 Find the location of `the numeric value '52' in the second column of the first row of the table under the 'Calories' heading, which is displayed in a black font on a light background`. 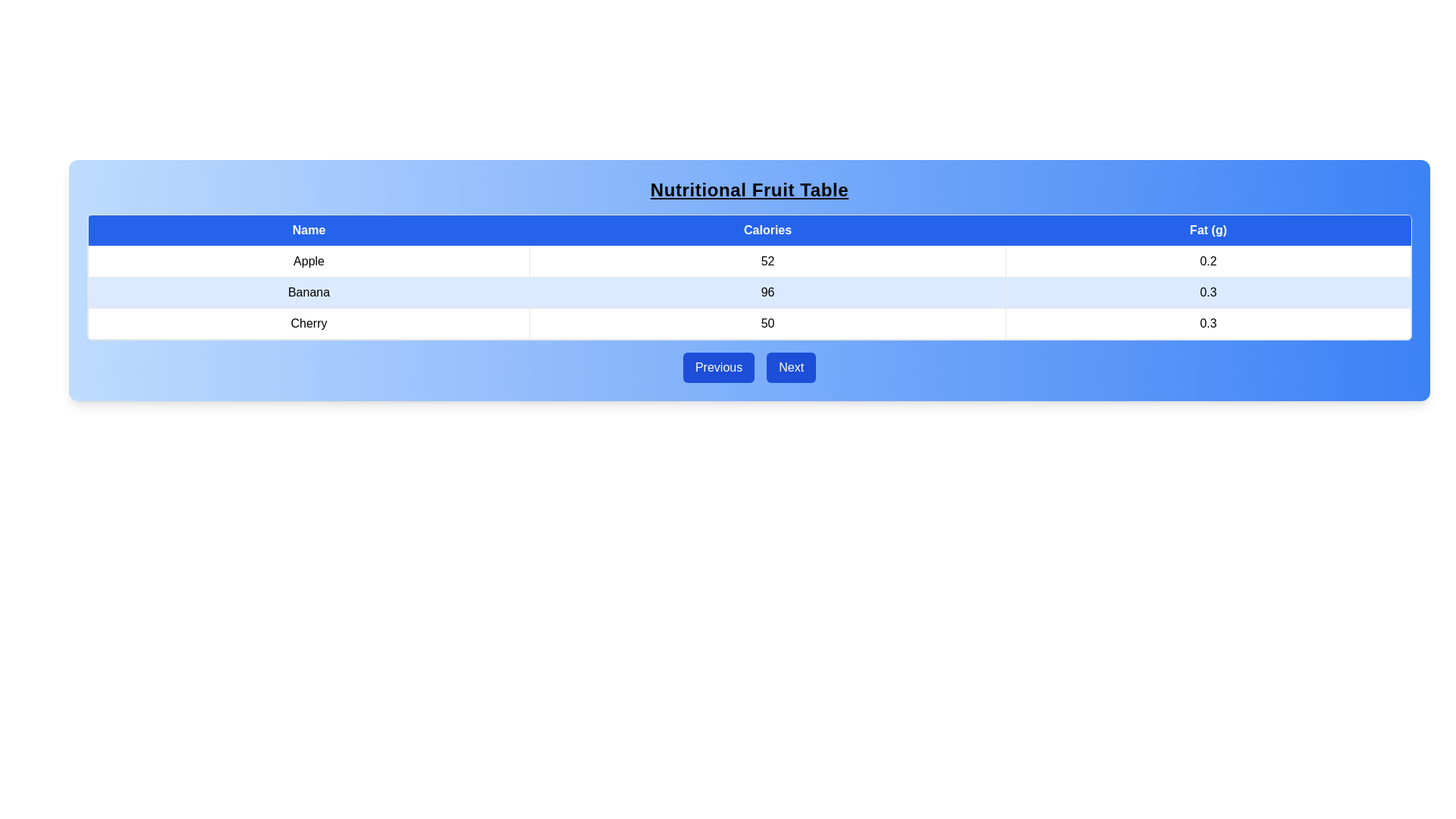

the numeric value '52' in the second column of the first row of the table under the 'Calories' heading, which is displayed in a black font on a light background is located at coordinates (767, 260).